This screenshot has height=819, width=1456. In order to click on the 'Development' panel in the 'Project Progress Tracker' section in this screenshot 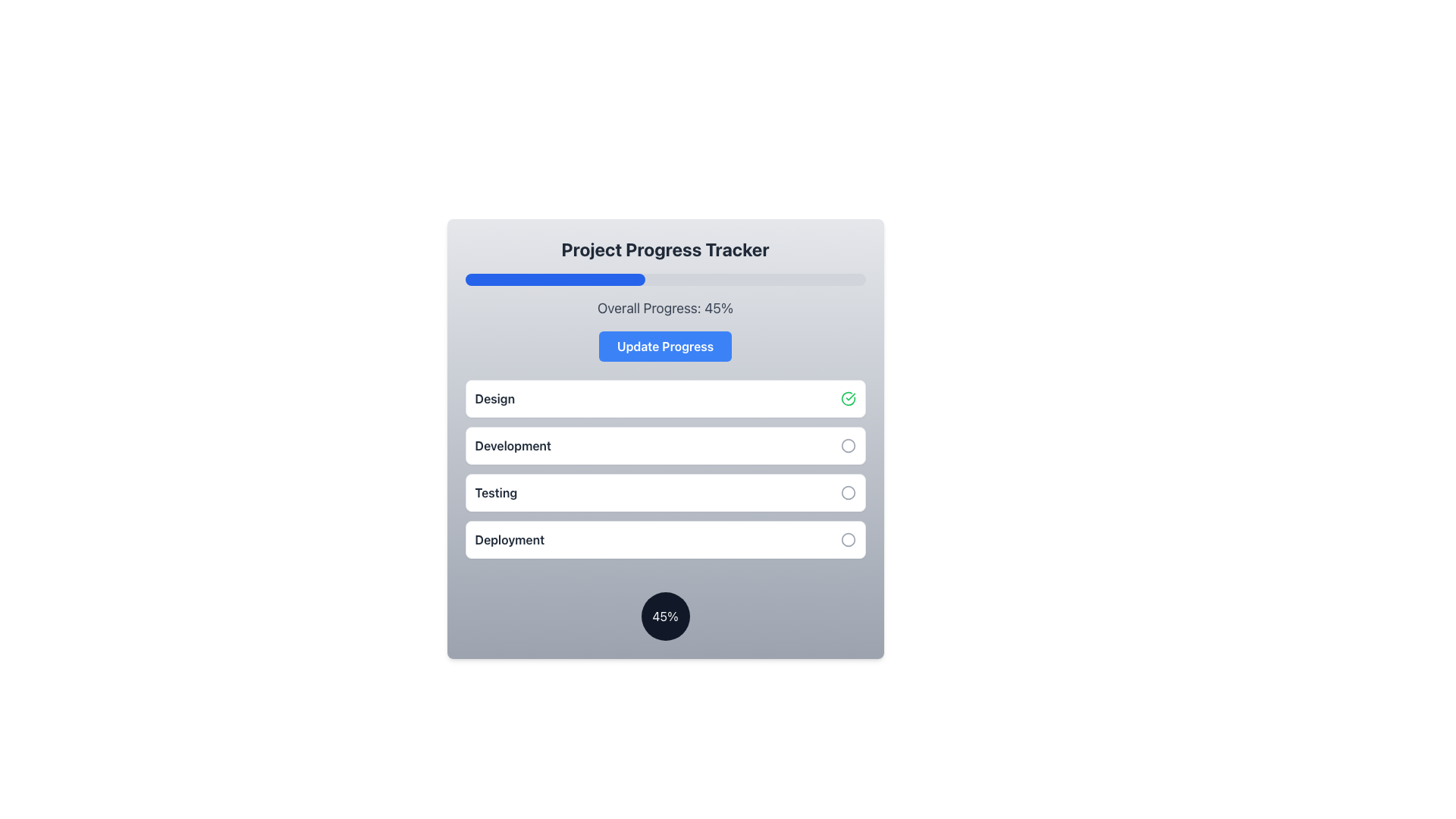, I will do `click(665, 444)`.